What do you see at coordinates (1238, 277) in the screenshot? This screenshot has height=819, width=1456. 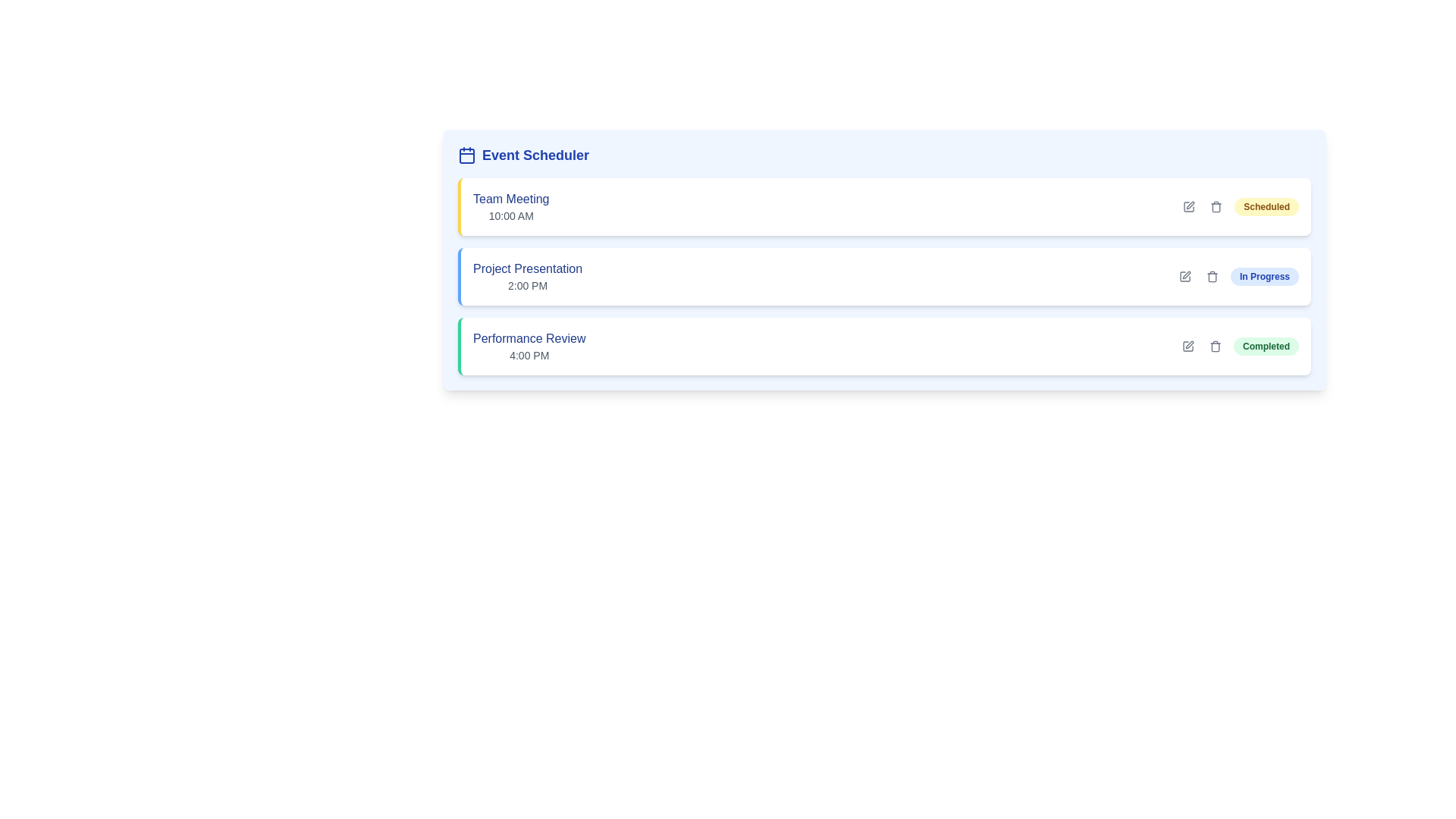 I see `the status indicator text label showing 'In Progress' located in the rightmost section of the 'Project Presentation' card` at bounding box center [1238, 277].